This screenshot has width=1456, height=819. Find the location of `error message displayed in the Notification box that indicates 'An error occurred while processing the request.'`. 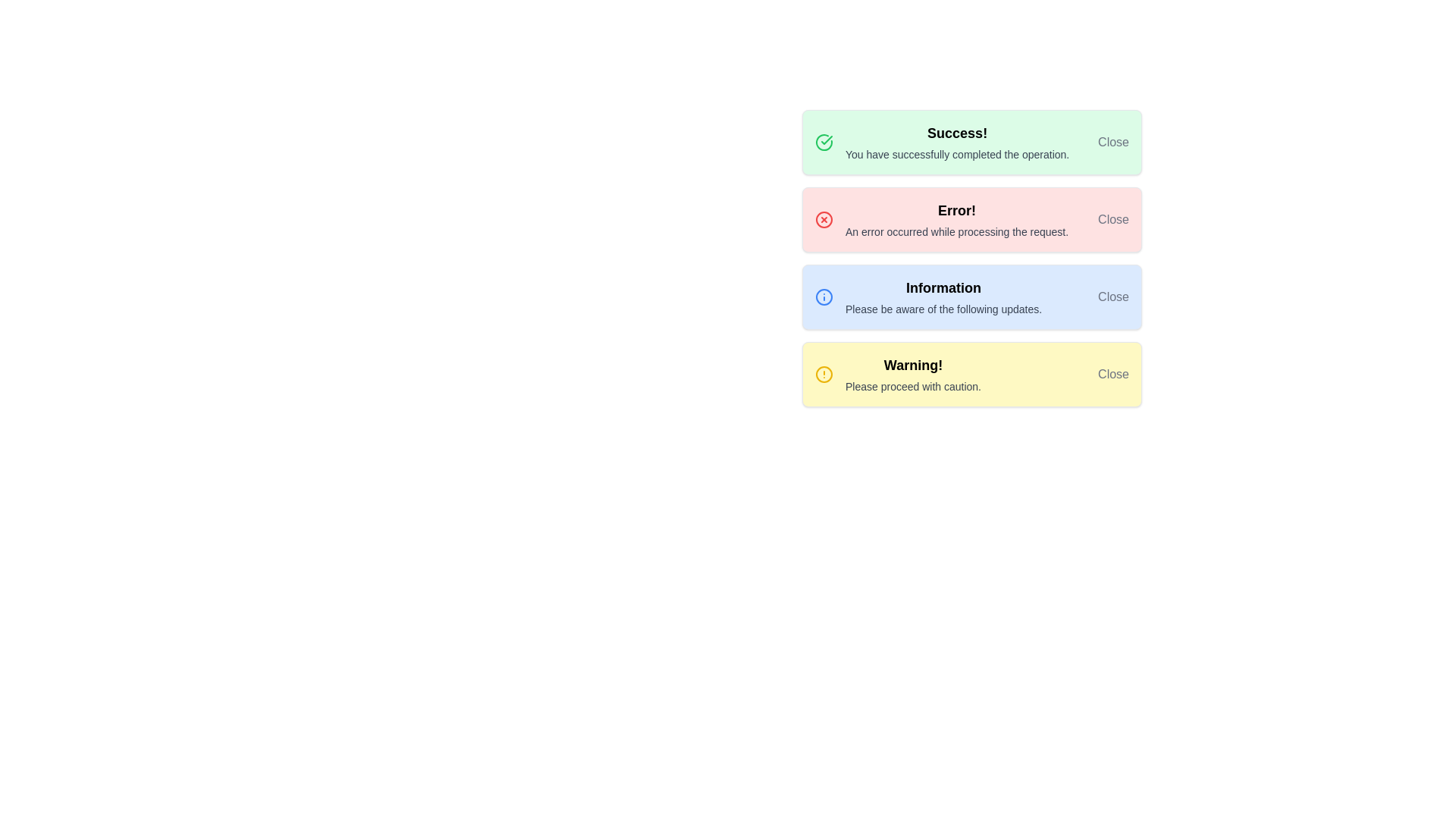

error message displayed in the Notification box that indicates 'An error occurred while processing the request.' is located at coordinates (971, 219).